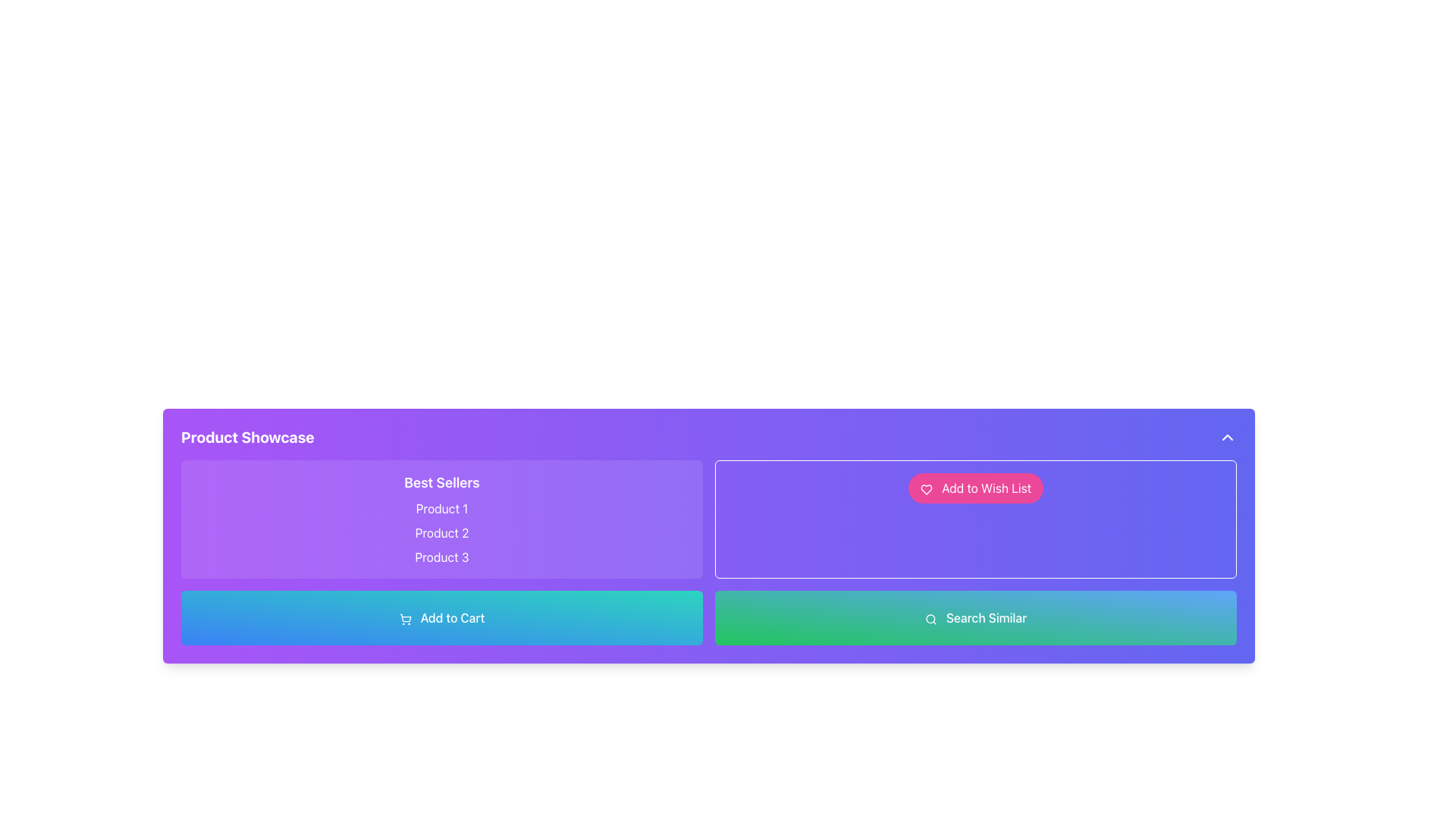 The height and width of the screenshot is (819, 1456). Describe the element at coordinates (925, 489) in the screenshot. I see `the small heart-shaped icon, which is styled with a pink fill and located at the center of the 'Add to Wish List' button in the upper right section of the interface` at that location.